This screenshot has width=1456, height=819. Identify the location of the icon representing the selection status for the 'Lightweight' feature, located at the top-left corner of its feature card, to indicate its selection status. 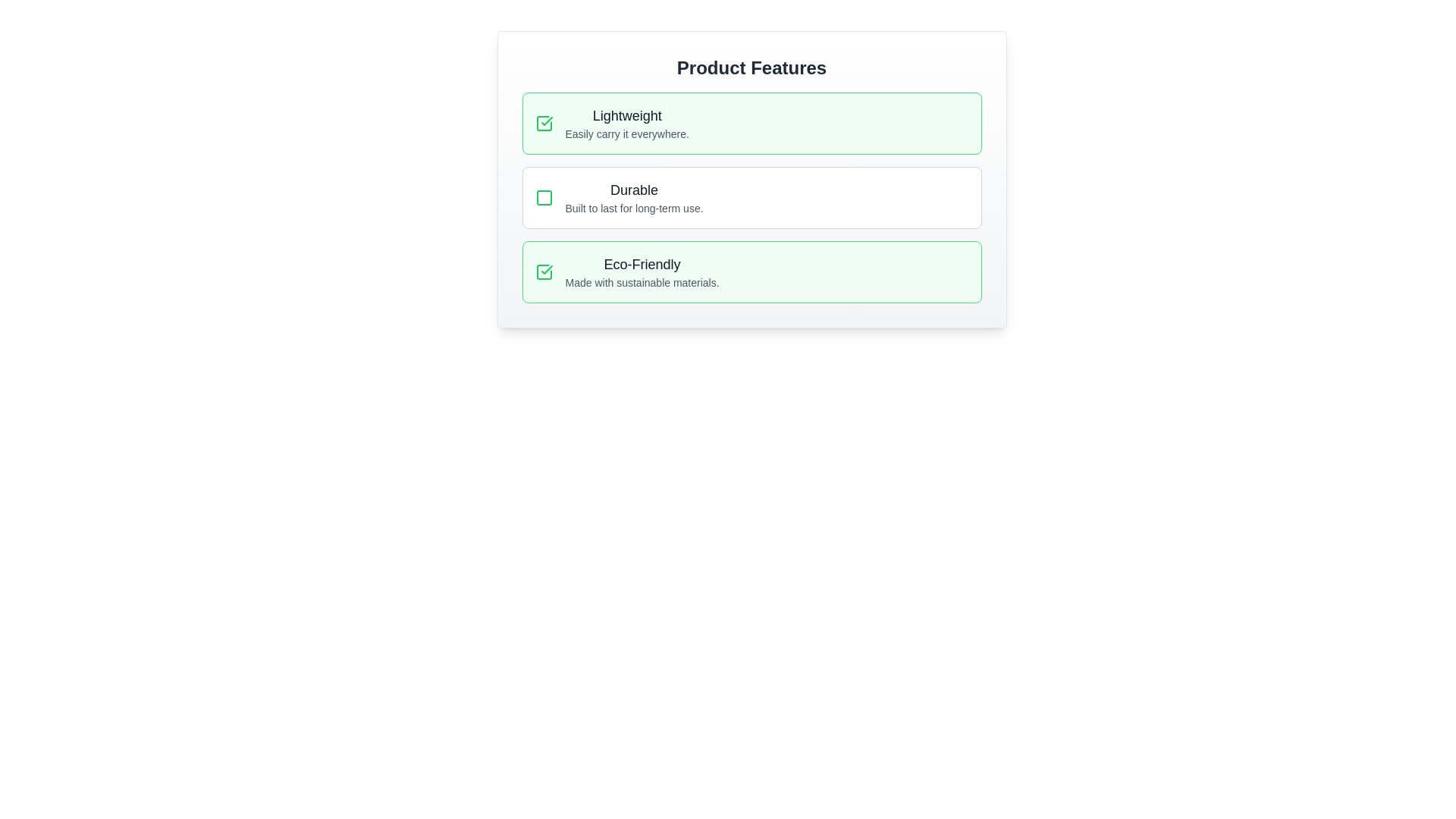
(544, 271).